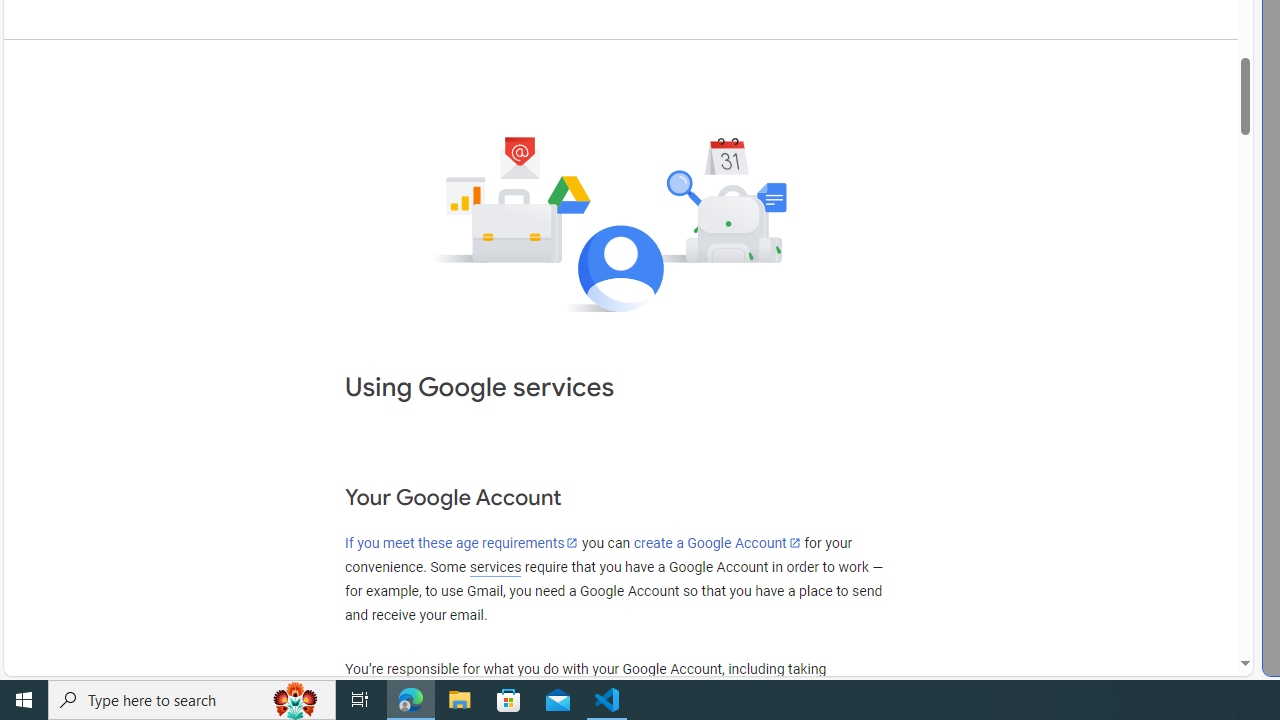 Image resolution: width=1280 pixels, height=720 pixels. What do you see at coordinates (294, 698) in the screenshot?
I see `'Search highlights icon opens search home window'` at bounding box center [294, 698].